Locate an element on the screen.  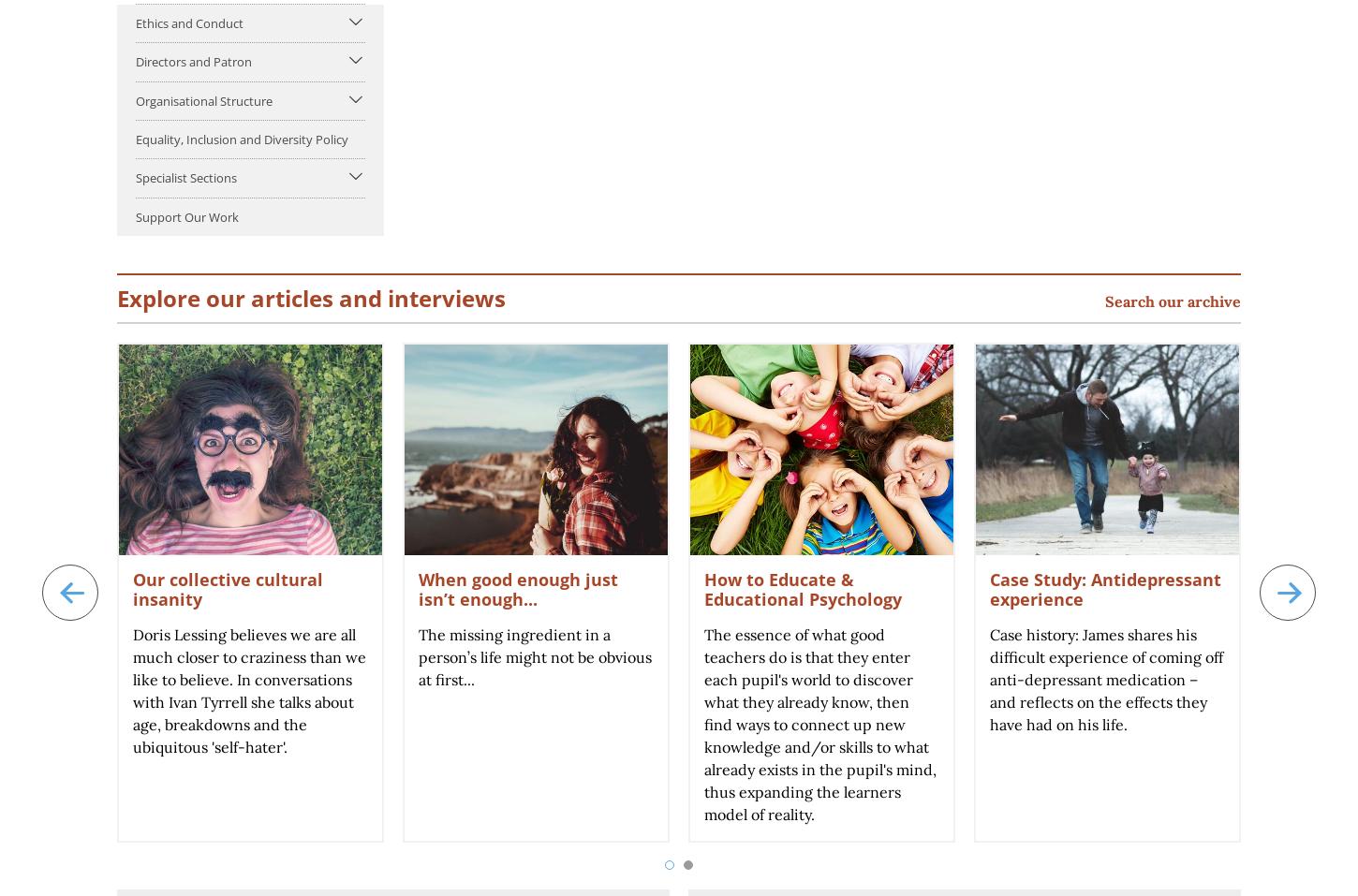
'Explore our articles and interviews' is located at coordinates (311, 297).